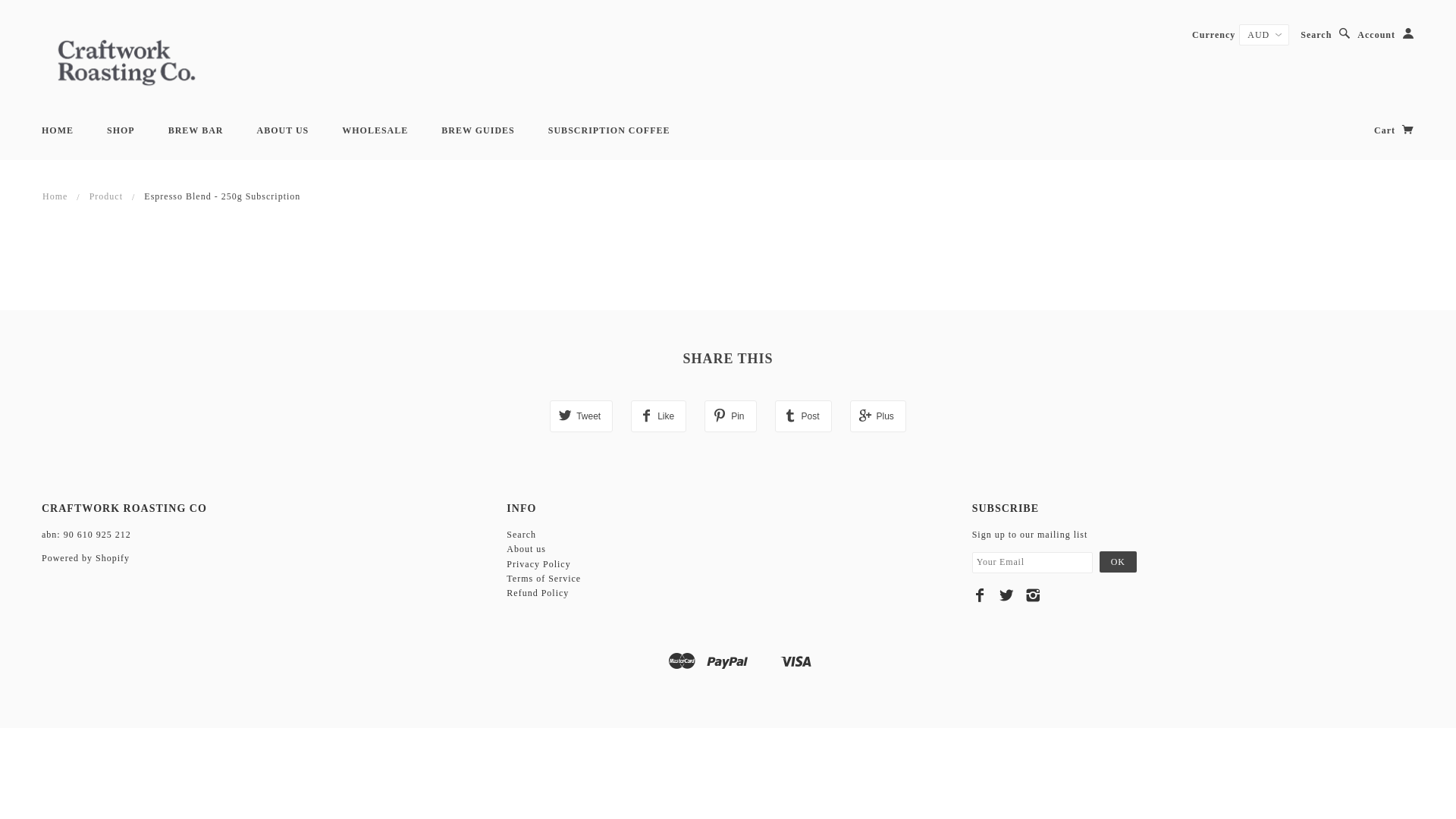 Image resolution: width=1456 pixels, height=819 pixels. What do you see at coordinates (55, 195) in the screenshot?
I see `'Home'` at bounding box center [55, 195].